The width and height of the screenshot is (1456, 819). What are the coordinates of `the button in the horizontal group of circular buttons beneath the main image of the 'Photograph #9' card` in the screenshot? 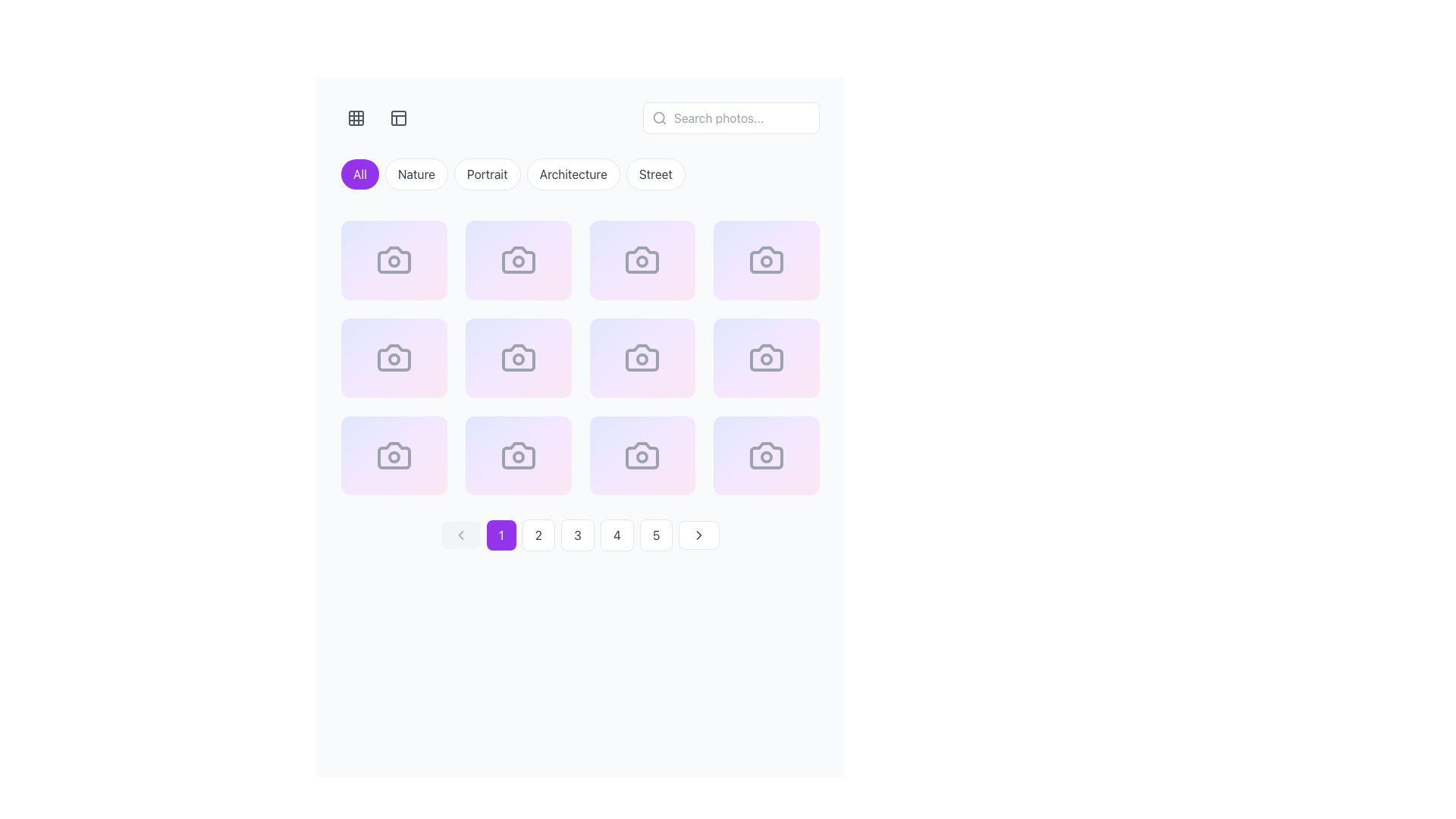 It's located at (394, 469).